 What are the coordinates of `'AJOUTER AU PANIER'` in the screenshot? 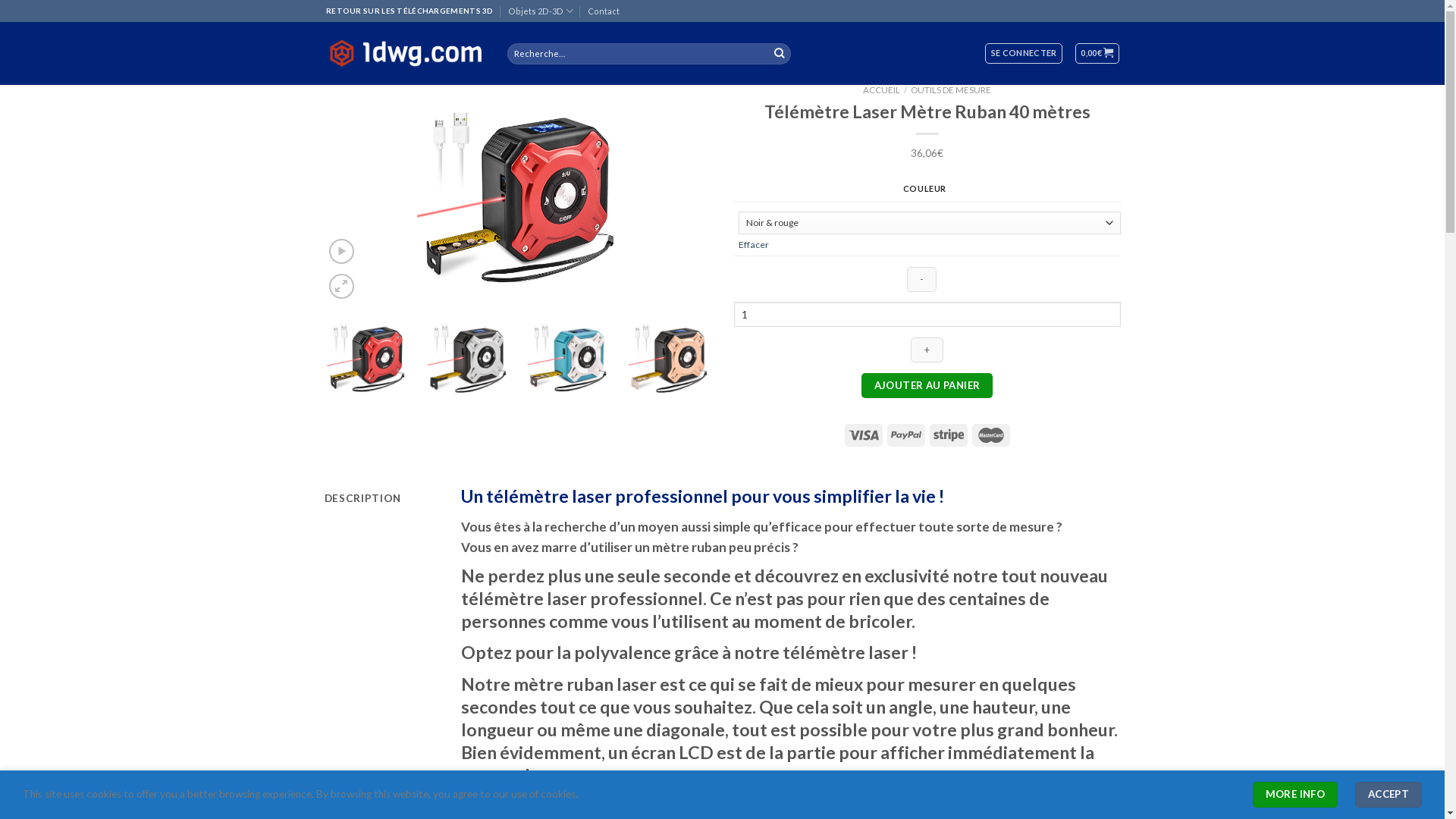 It's located at (926, 385).